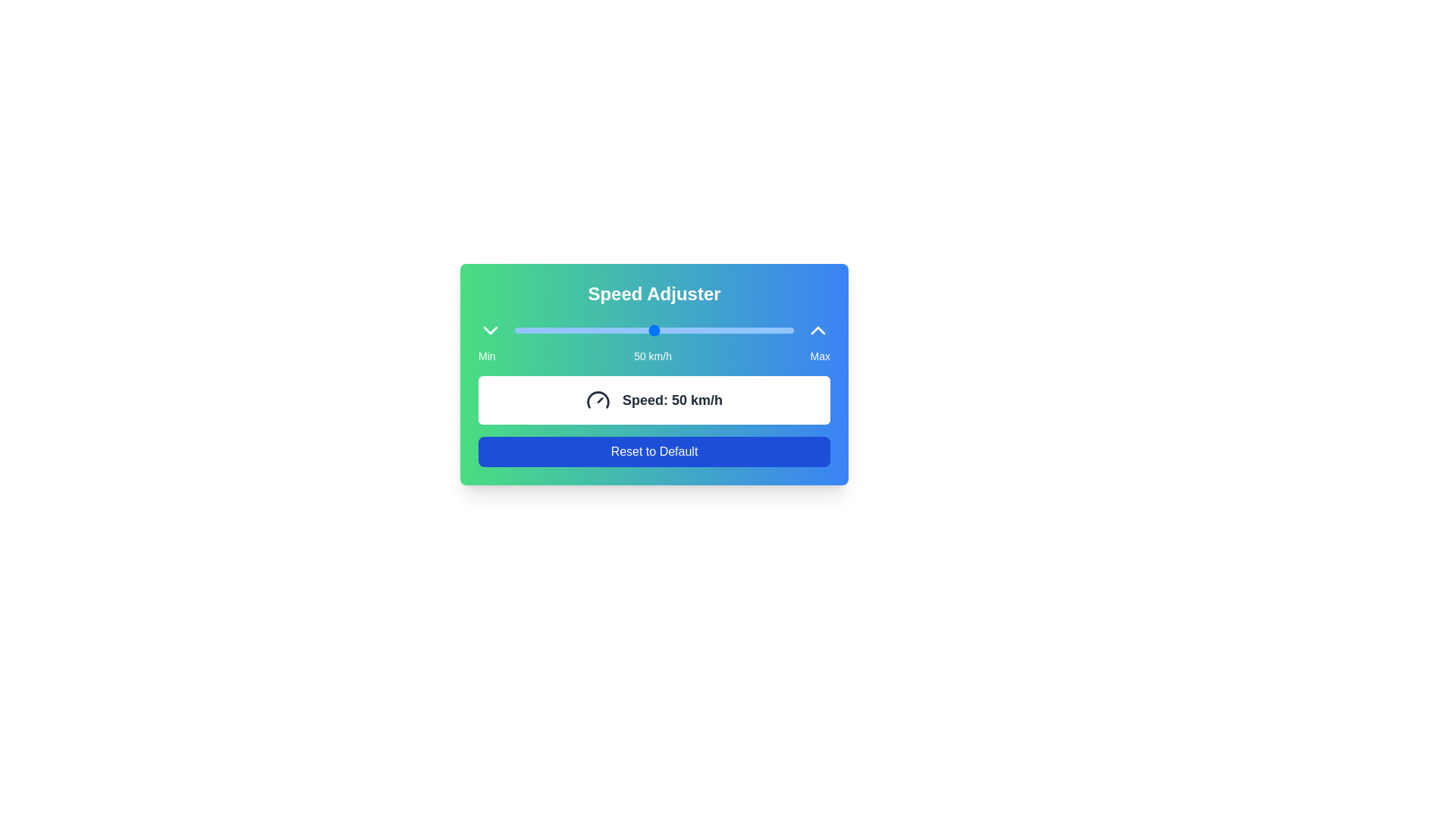 Image resolution: width=1456 pixels, height=819 pixels. Describe the element at coordinates (523, 329) in the screenshot. I see `the slider value` at that location.